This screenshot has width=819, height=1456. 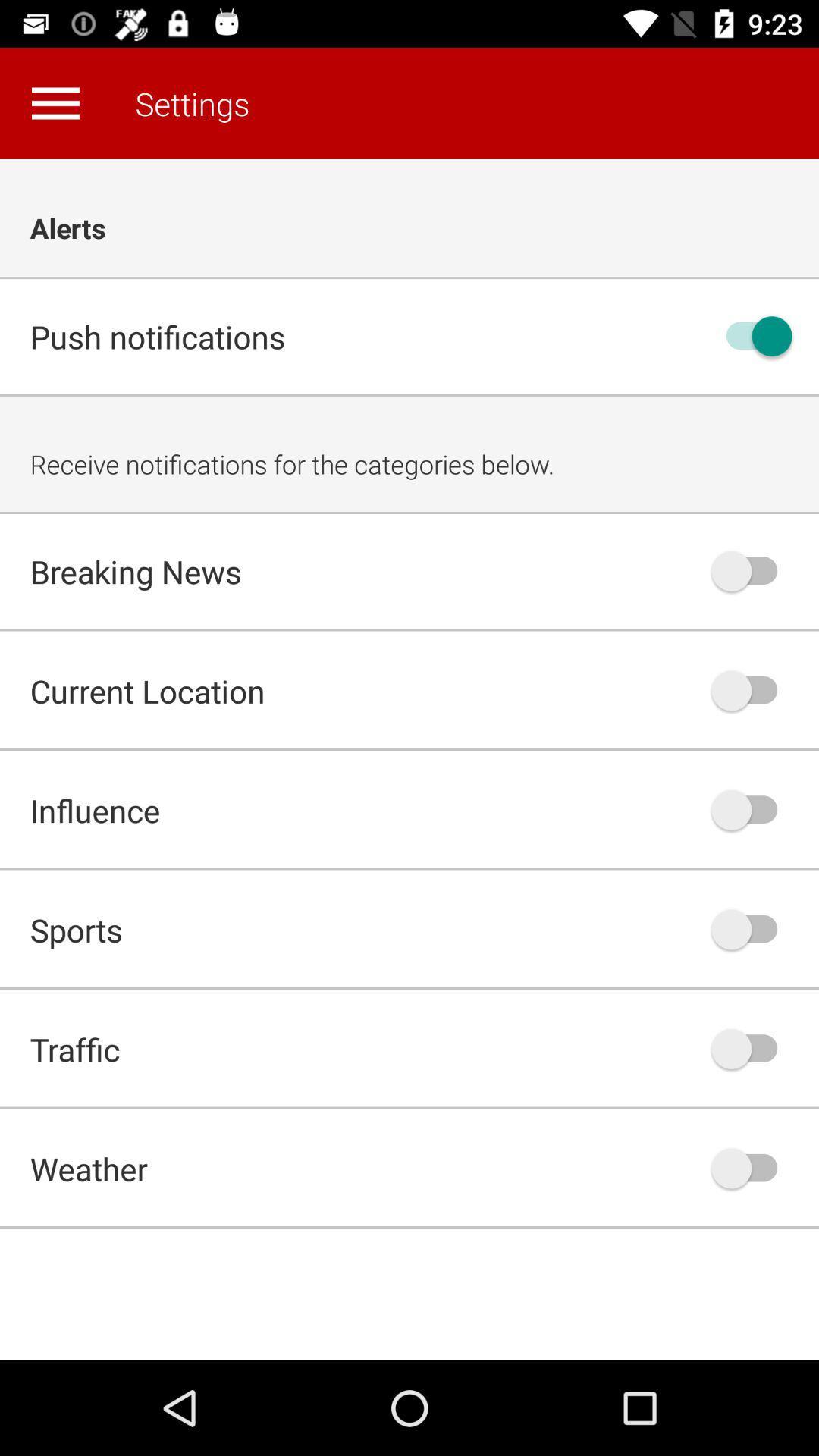 I want to click on current location, so click(x=752, y=689).